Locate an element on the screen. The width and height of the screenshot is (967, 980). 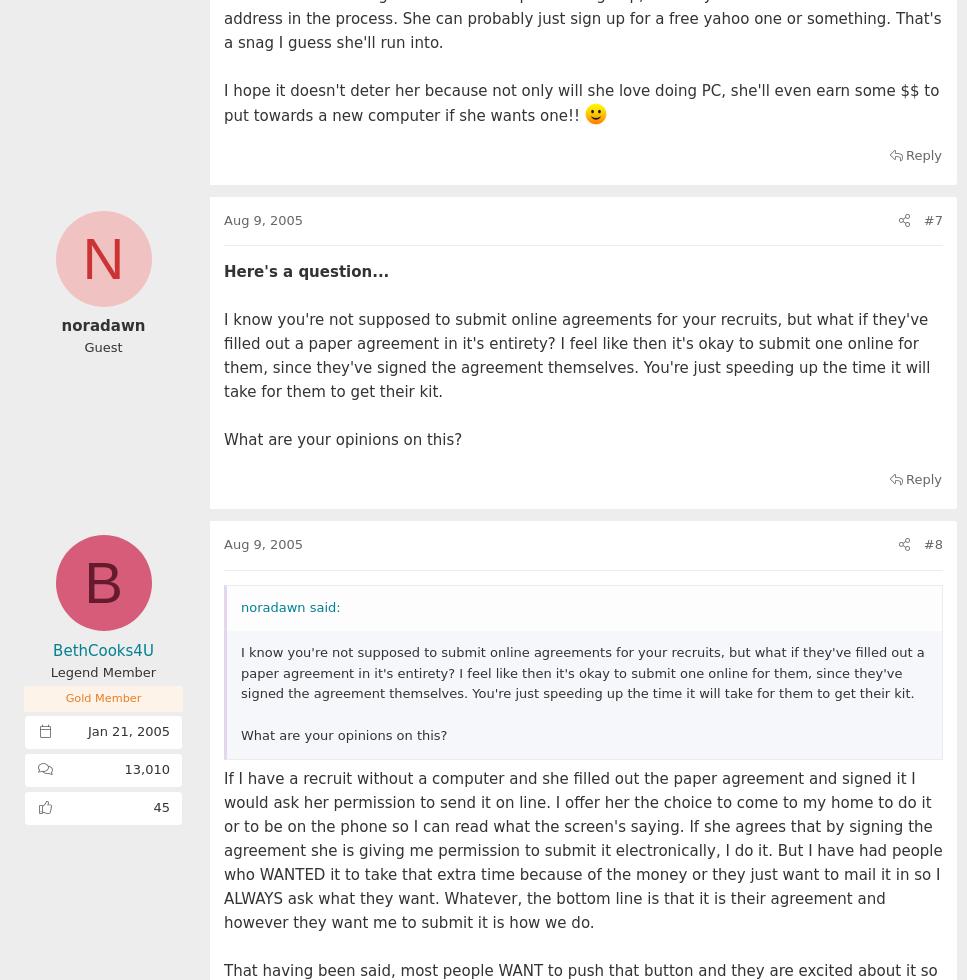
'If I have a recruit without a computer and she filled out the paper agreement and signed it I would ask her permission to send it on line. I offer her the choice to come to my home to do it or to be on the phone so I can read what the screen's saying. If she agrees that by signing the agreement she is giving me permission to submit it electronically, I do it. But I have had people who WANTED it to take that extra time because of the money or they just want to mail it in so I ALWAYS ask what they want. Whatever, the bottom line is that it is their agreement and however they want me to submit it is how we do.' is located at coordinates (582, 851).